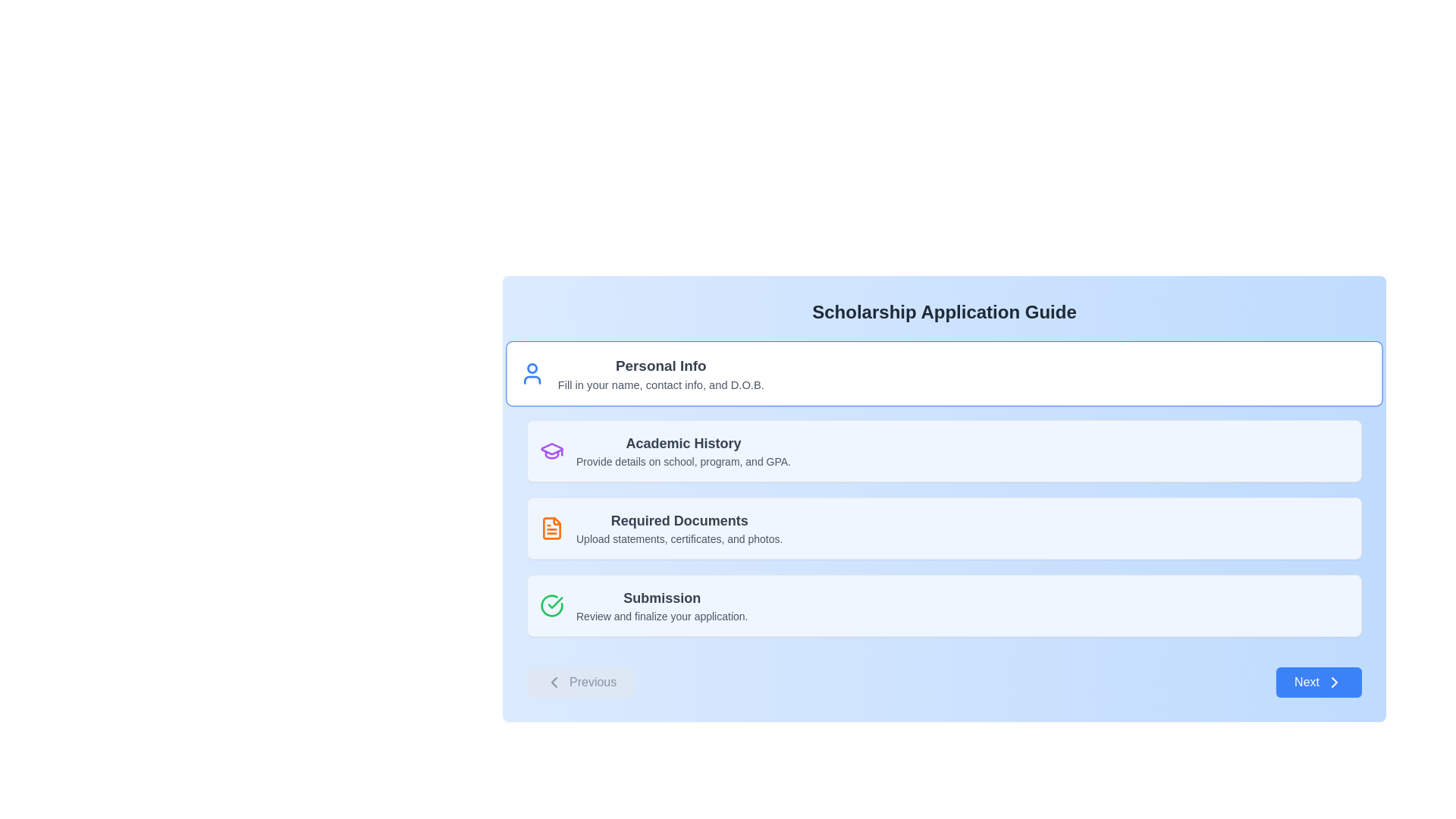 This screenshot has height=819, width=1456. What do you see at coordinates (551, 604) in the screenshot?
I see `the completion status icon located in the 'Submission' section, immediately to the left of the text 'Submission' and its subtitle 'Review and finalize your application.'` at bounding box center [551, 604].